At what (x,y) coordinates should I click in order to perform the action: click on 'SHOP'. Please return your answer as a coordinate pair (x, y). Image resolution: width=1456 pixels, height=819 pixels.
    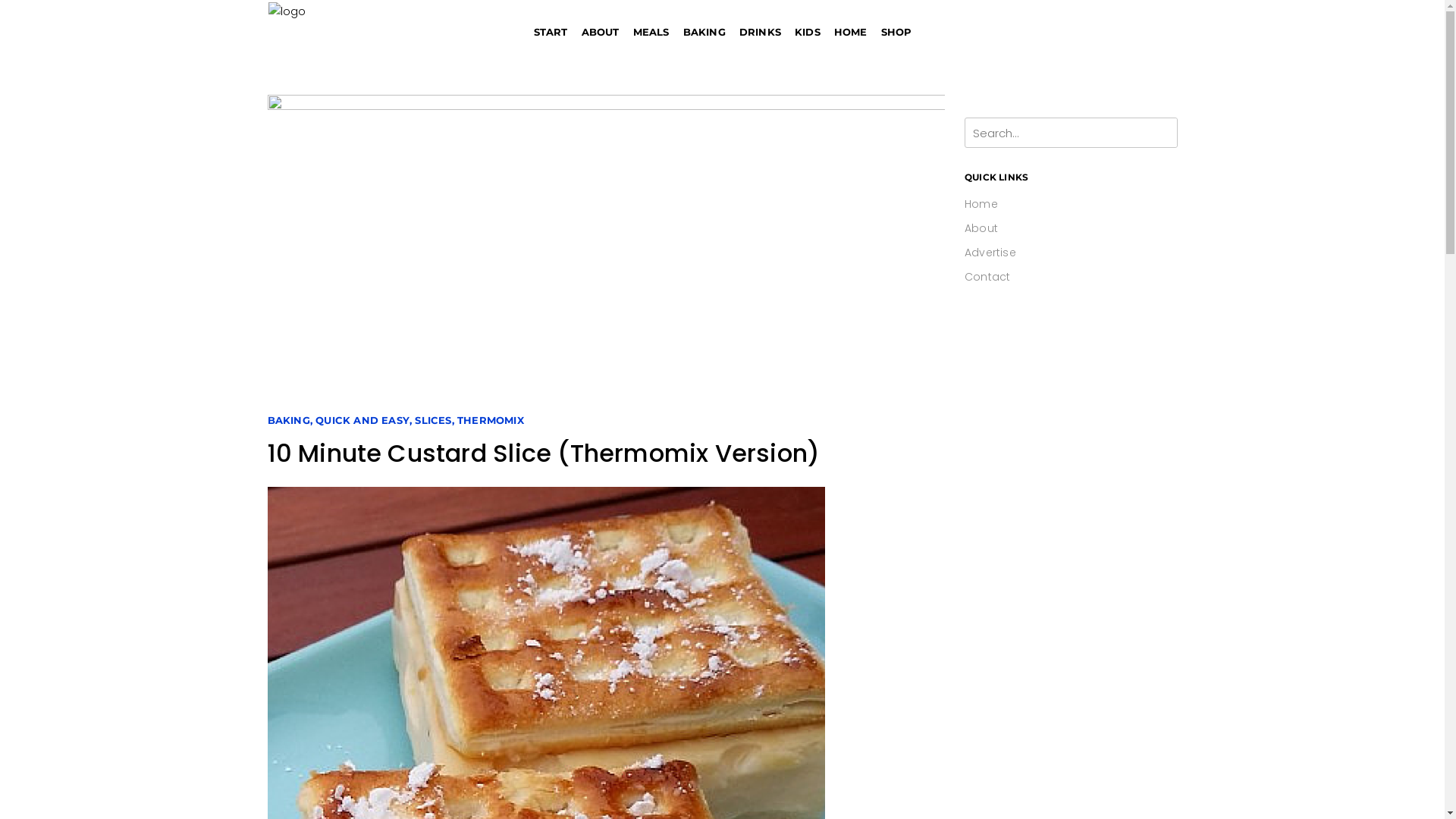
    Looking at the image, I should click on (874, 32).